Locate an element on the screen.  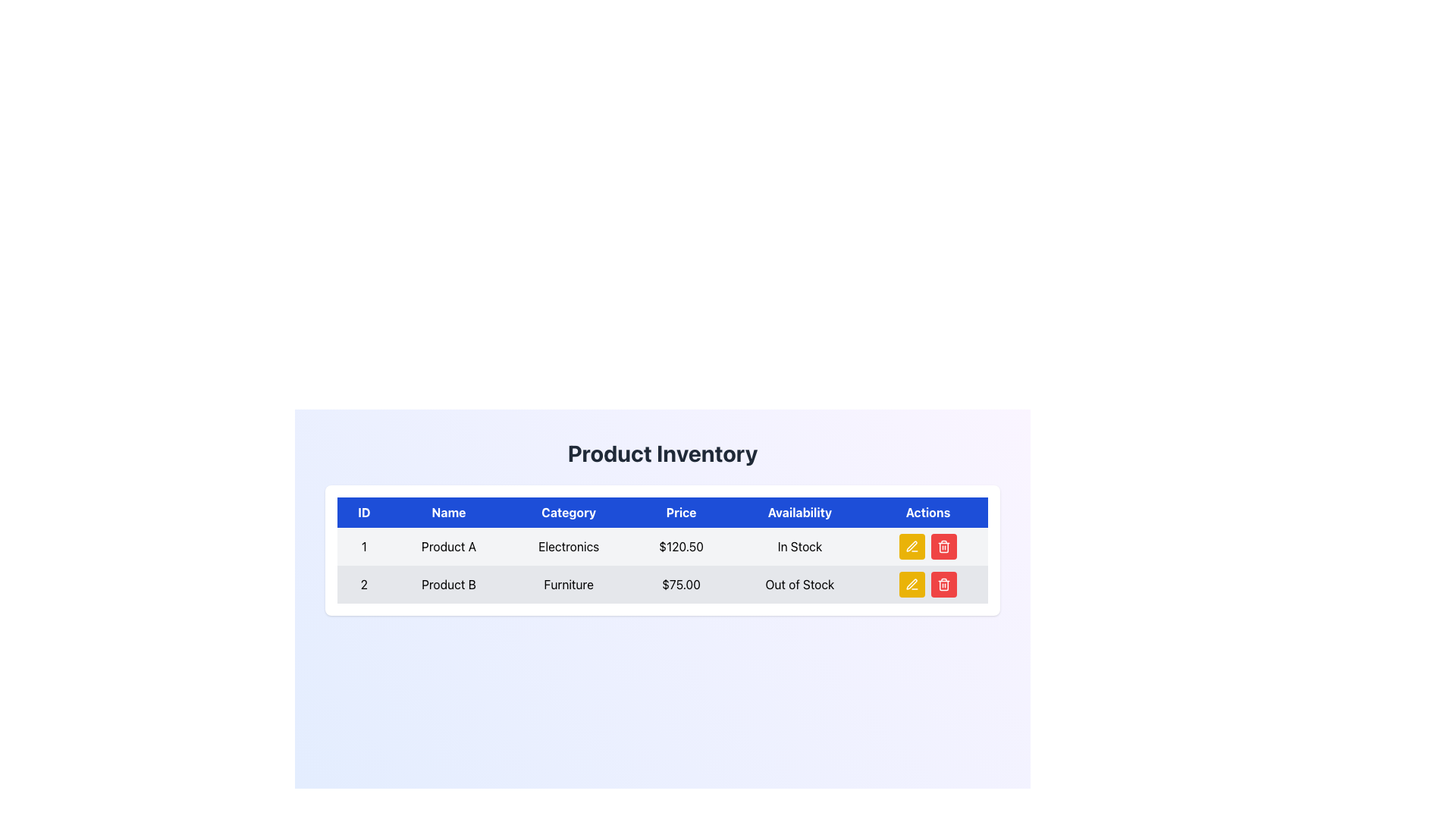
the Table Header Cell labeled 'Price', which is styled with a blue background and white text, located in the fourth column of the table header is located at coordinates (662, 512).